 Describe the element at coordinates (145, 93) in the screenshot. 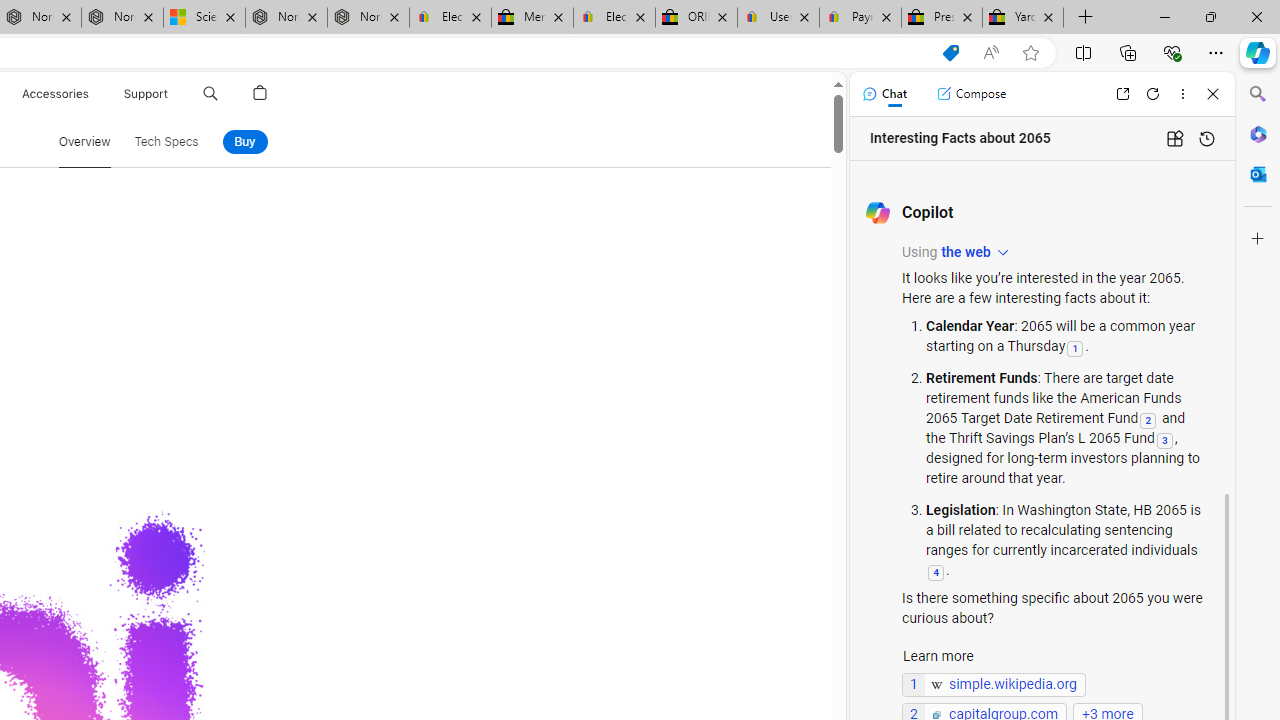

I see `'Support'` at that location.